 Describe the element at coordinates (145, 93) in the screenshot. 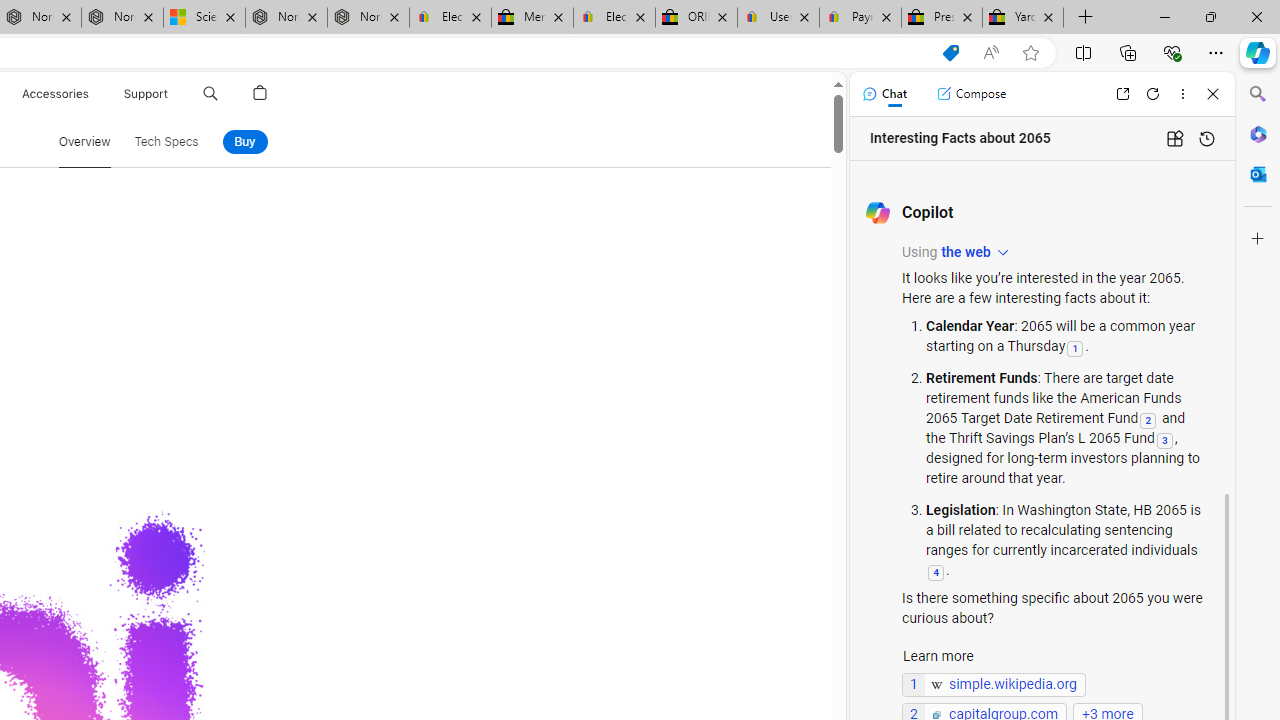

I see `'Support'` at that location.